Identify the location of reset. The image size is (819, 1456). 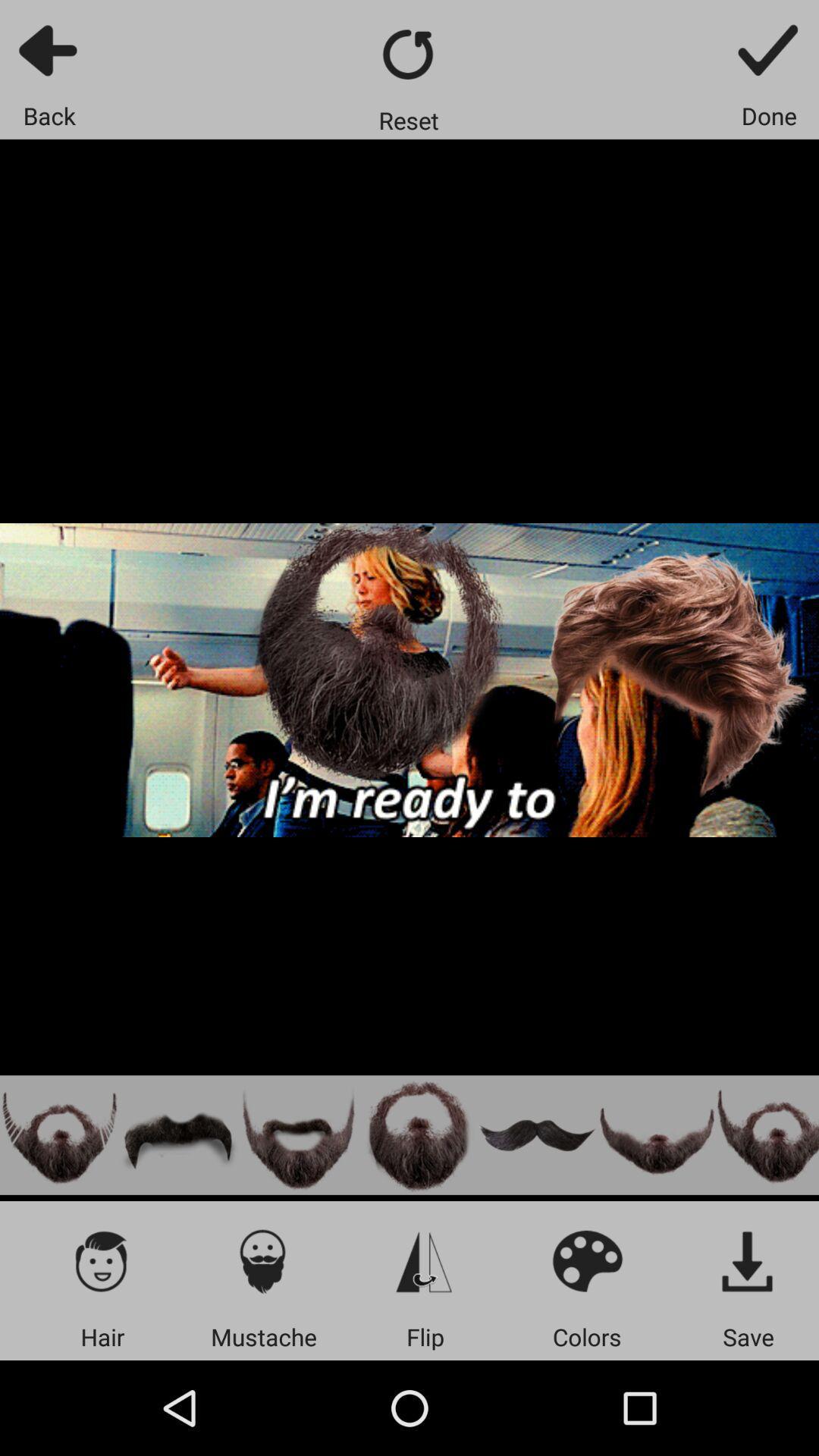
(408, 54).